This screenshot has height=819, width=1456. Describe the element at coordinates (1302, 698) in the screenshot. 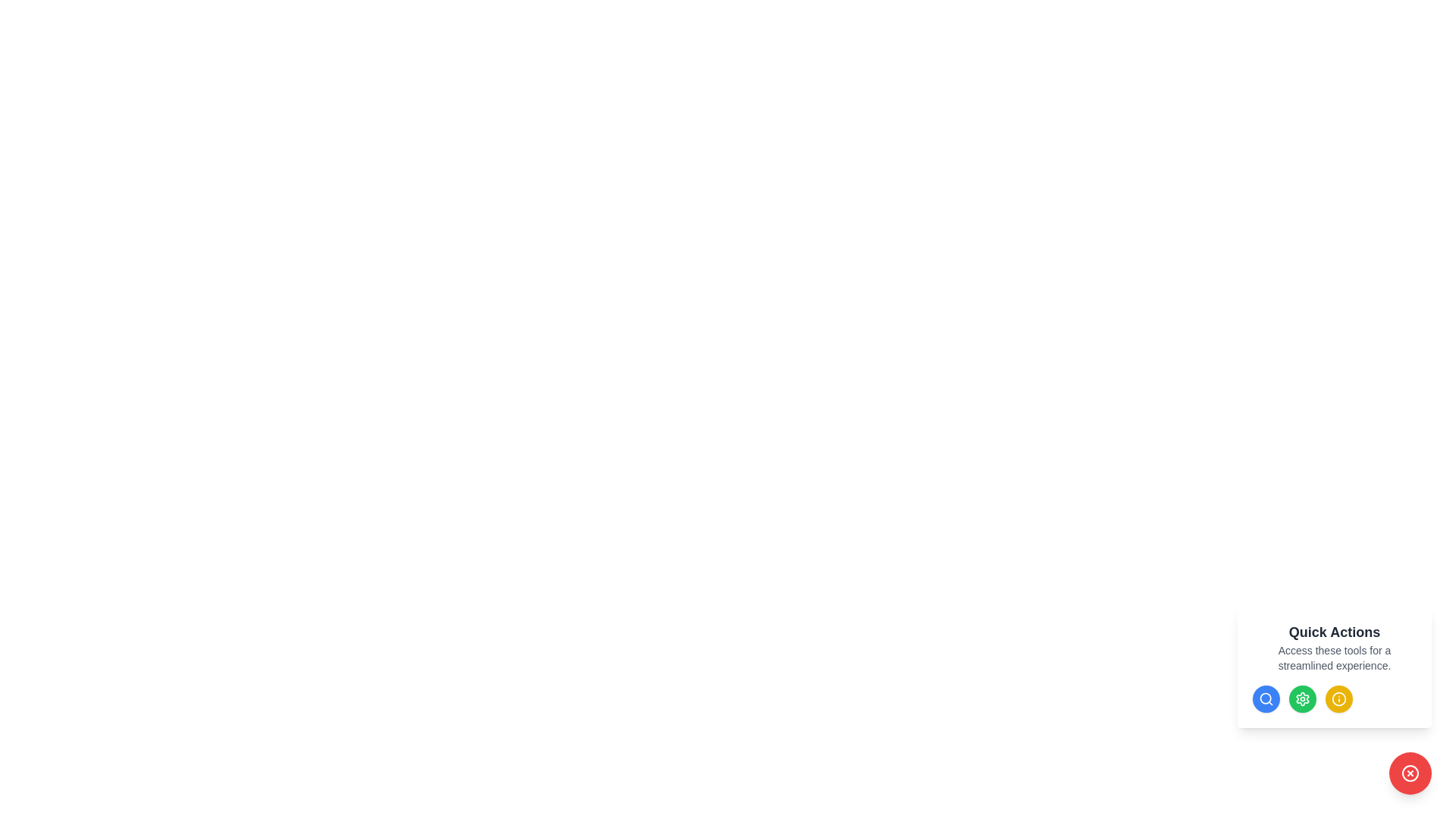

I see `the Settings Icon, which is a gear-like icon with a green circular background and a white circular border, located among the three circular icons labeled as 'Quick Actions' in the bottom-right quadrant of the interface` at that location.